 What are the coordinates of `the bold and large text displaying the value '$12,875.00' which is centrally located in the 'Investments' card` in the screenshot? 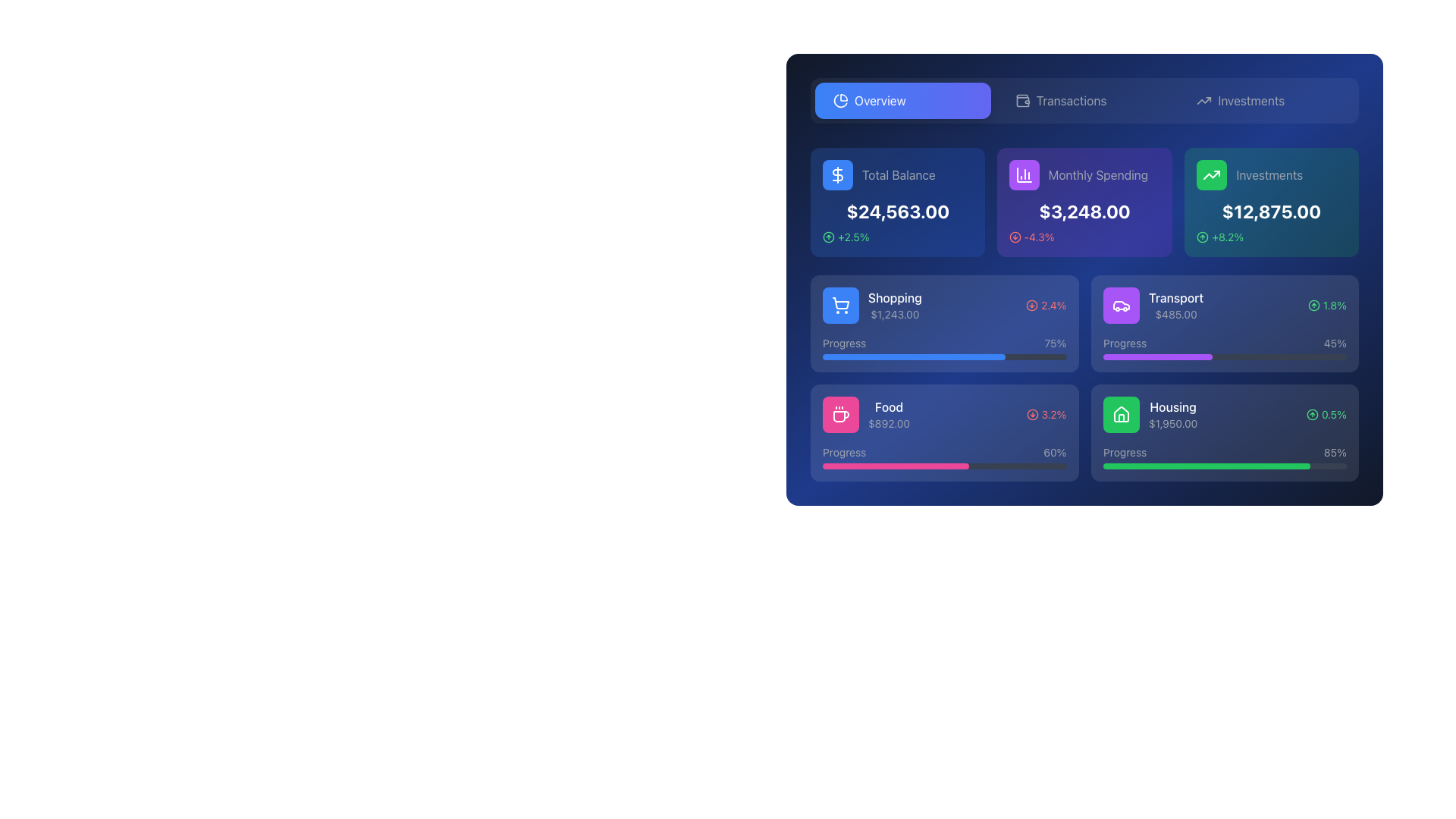 It's located at (1271, 211).